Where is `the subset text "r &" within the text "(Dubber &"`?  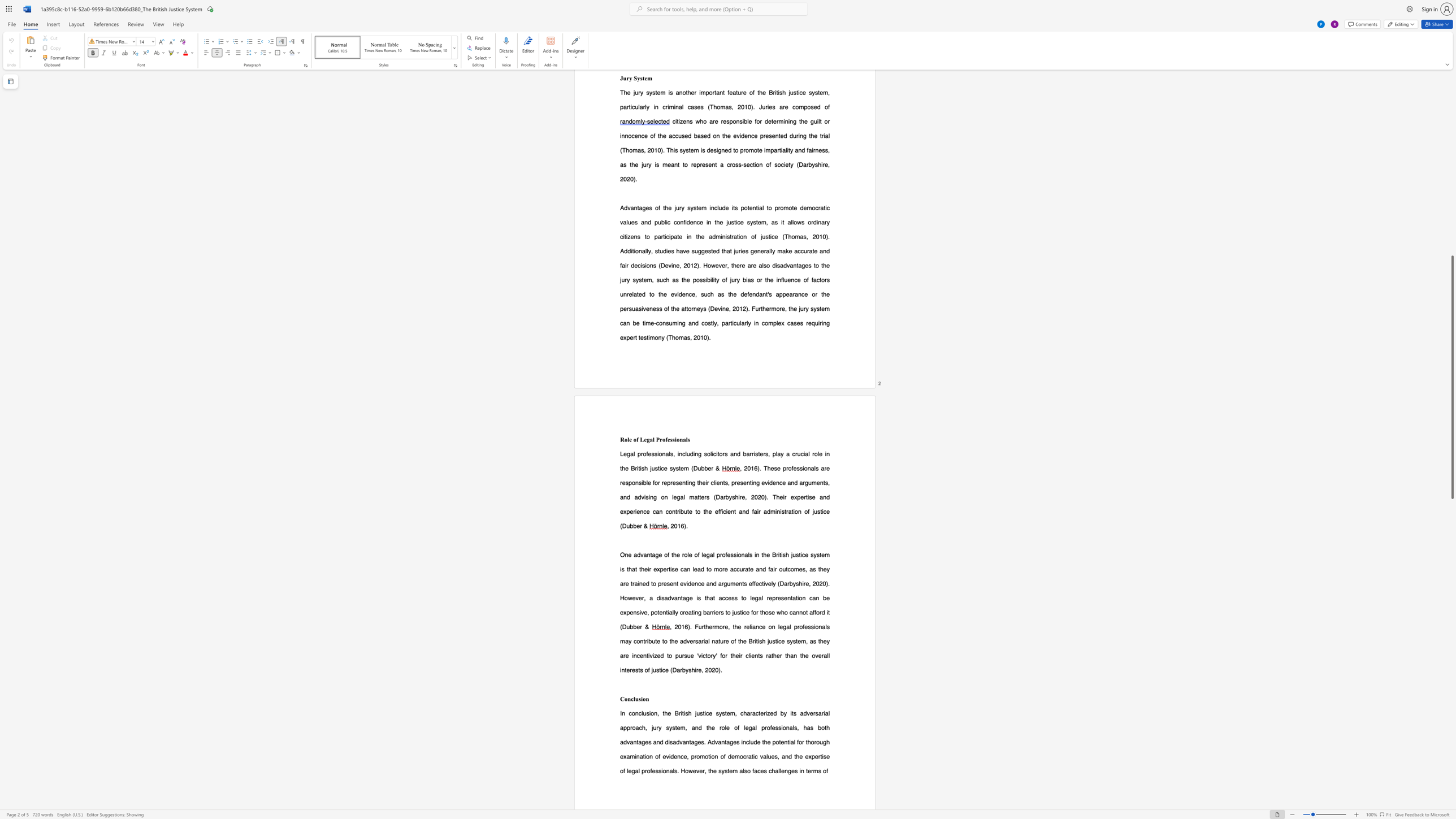 the subset text "r &" within the text "(Dubber &" is located at coordinates (640, 526).